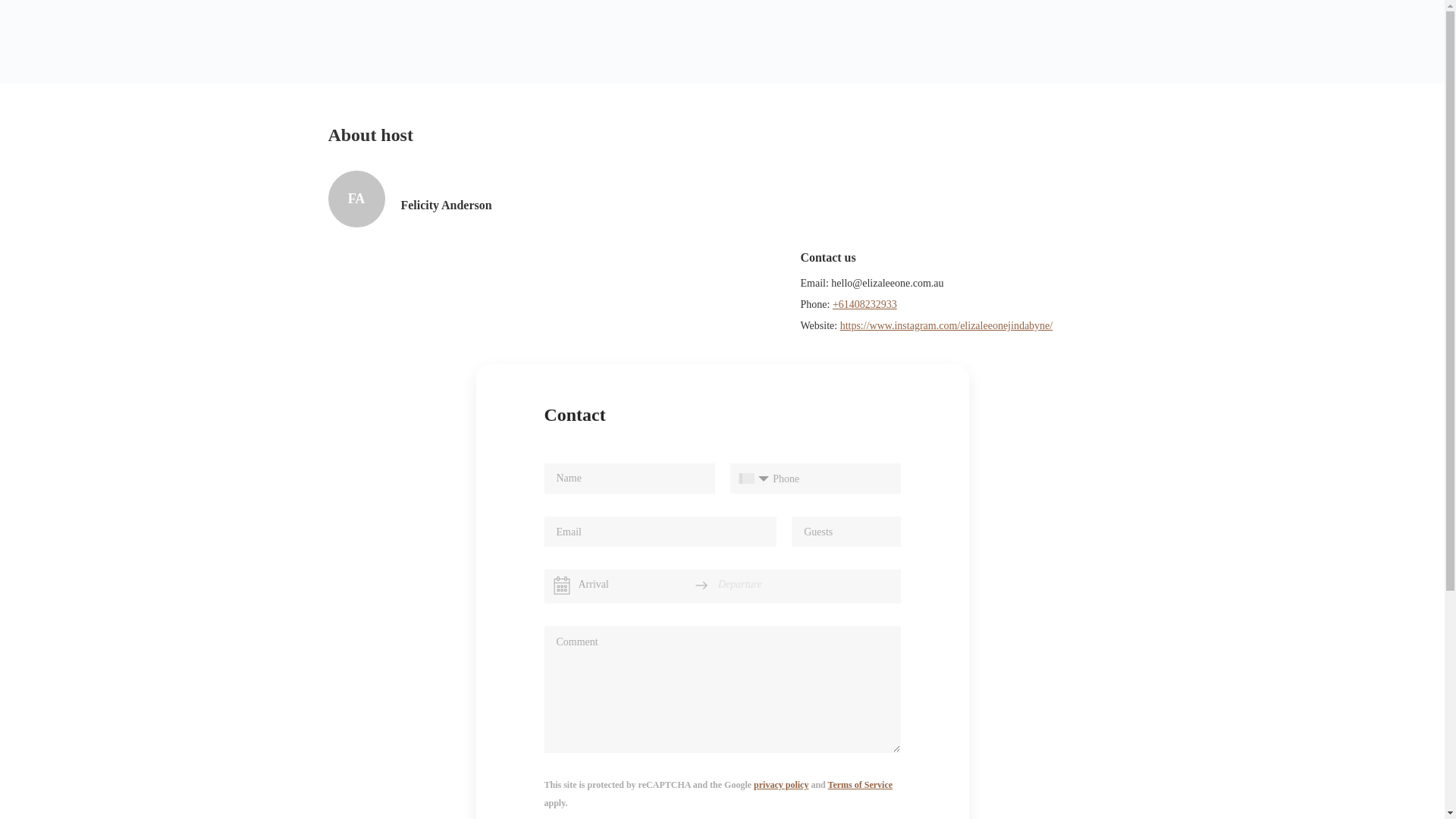 This screenshot has height=819, width=1456. I want to click on '+61408232933', so click(864, 304).